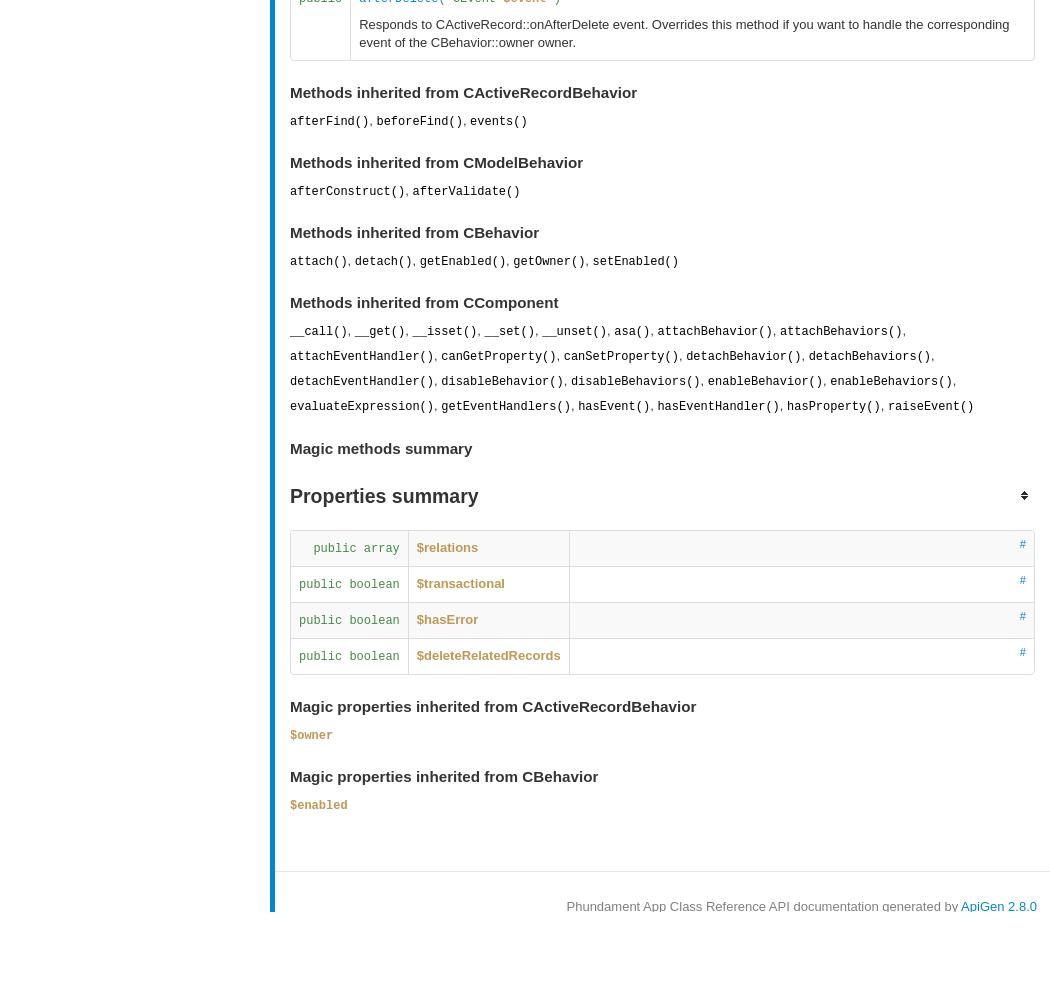  Describe the element at coordinates (311, 734) in the screenshot. I see `'$owner'` at that location.